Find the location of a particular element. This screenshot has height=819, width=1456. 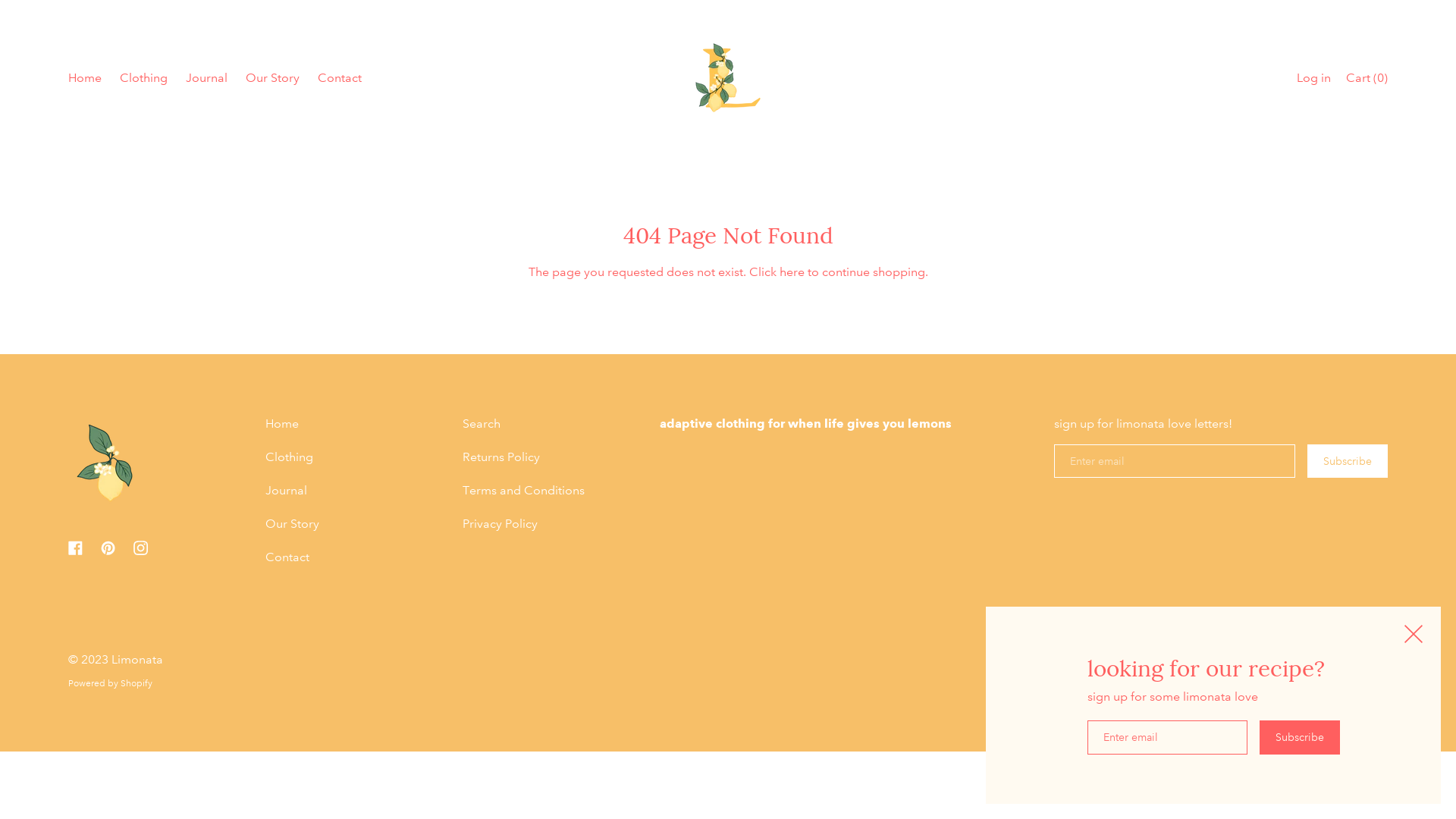

'here' is located at coordinates (779, 271).